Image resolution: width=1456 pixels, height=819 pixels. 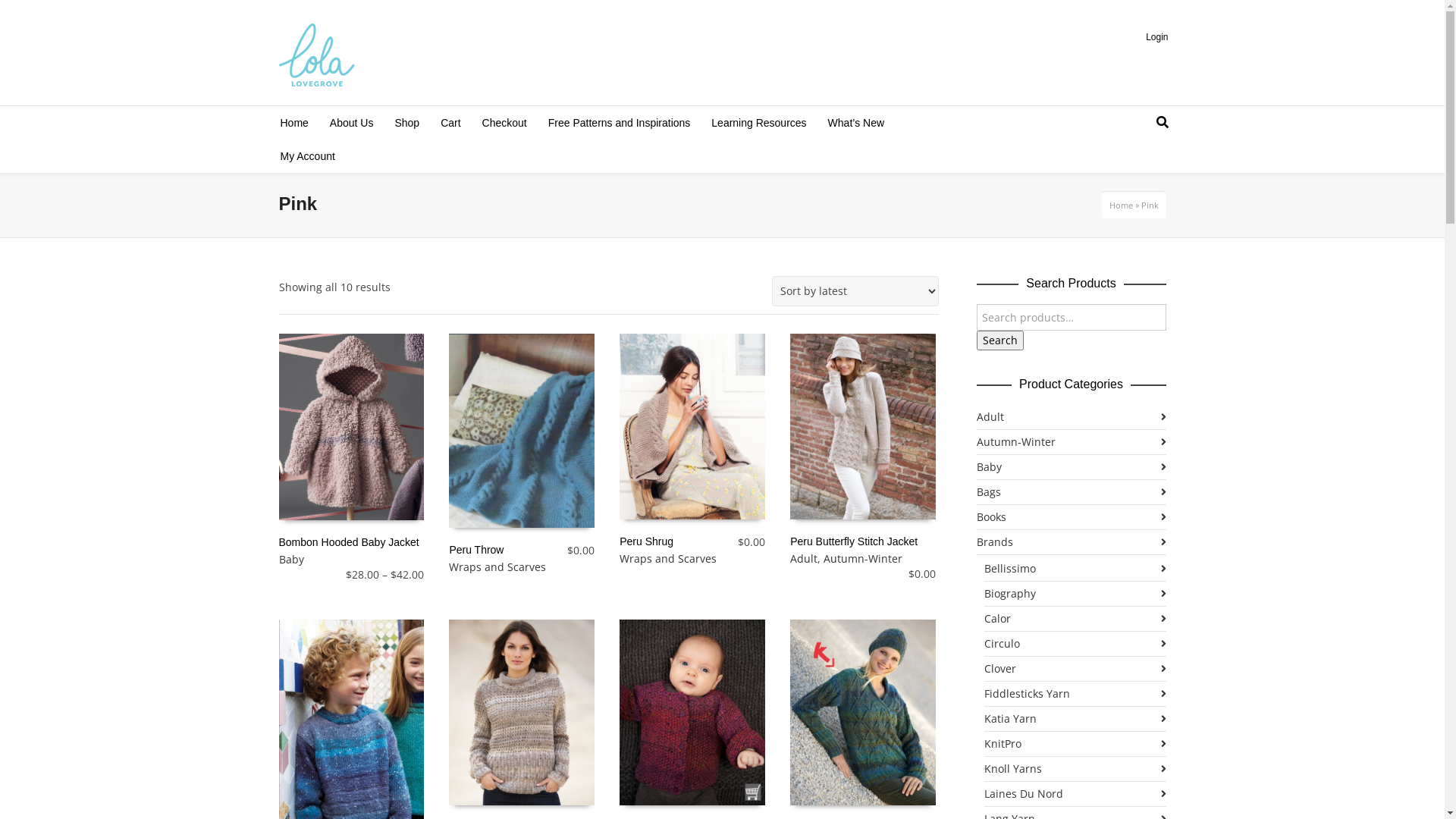 What do you see at coordinates (646, 540) in the screenshot?
I see `'Peru Shrug'` at bounding box center [646, 540].